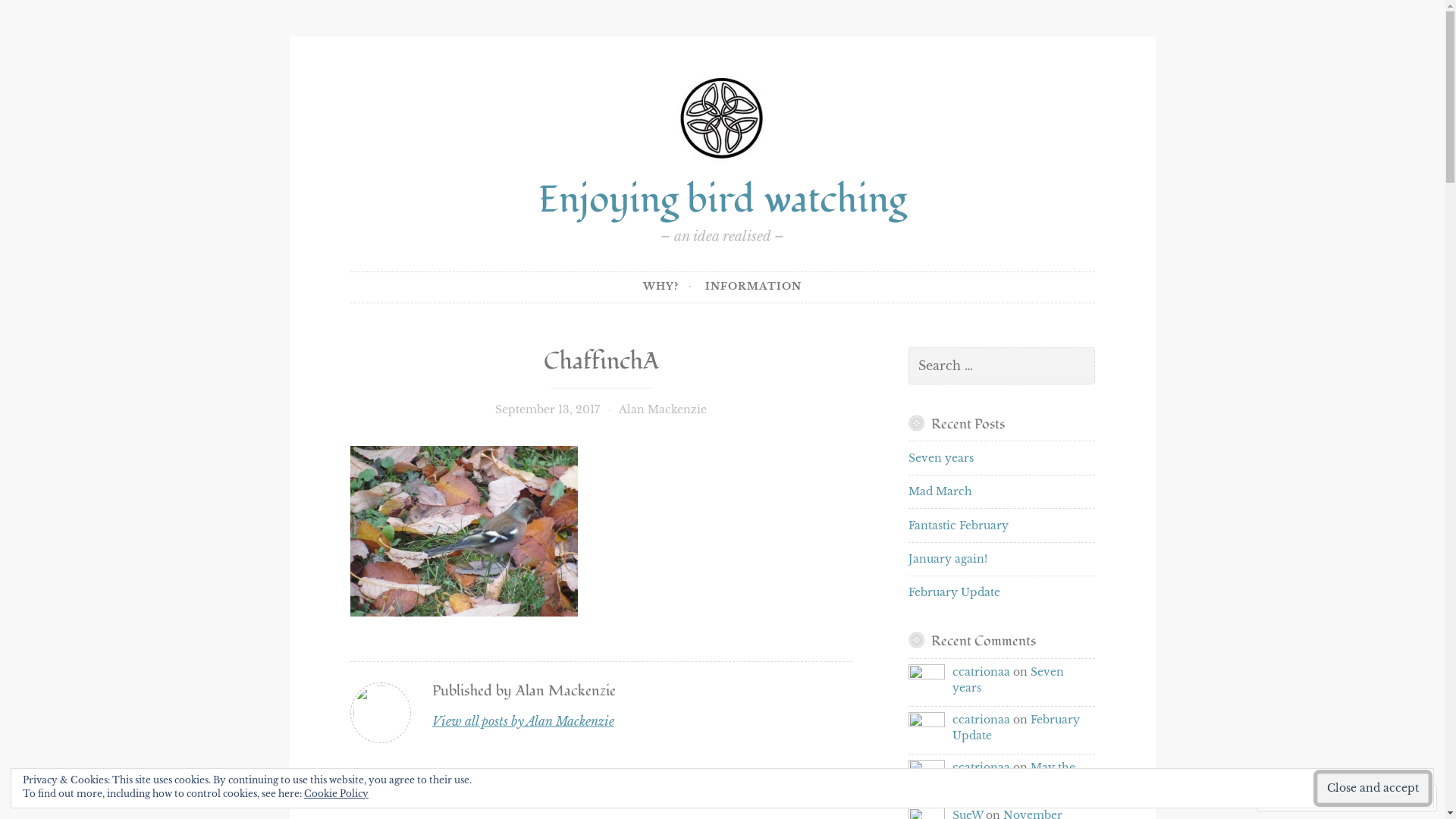 The width and height of the screenshot is (1456, 819). Describe the element at coordinates (721, 199) in the screenshot. I see `'Enjoying bird watching'` at that location.